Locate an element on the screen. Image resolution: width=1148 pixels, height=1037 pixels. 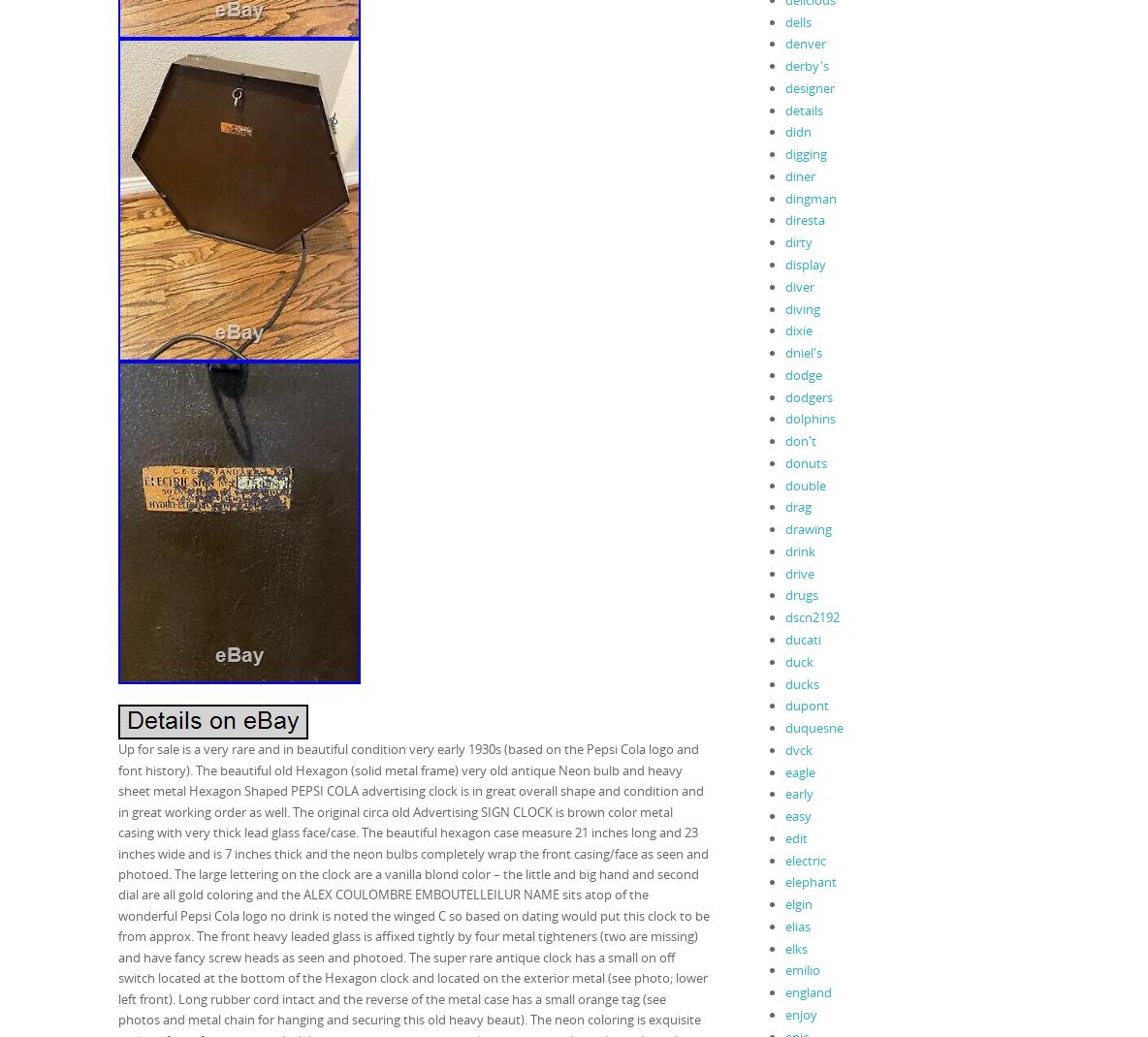
'elephant' is located at coordinates (810, 881).